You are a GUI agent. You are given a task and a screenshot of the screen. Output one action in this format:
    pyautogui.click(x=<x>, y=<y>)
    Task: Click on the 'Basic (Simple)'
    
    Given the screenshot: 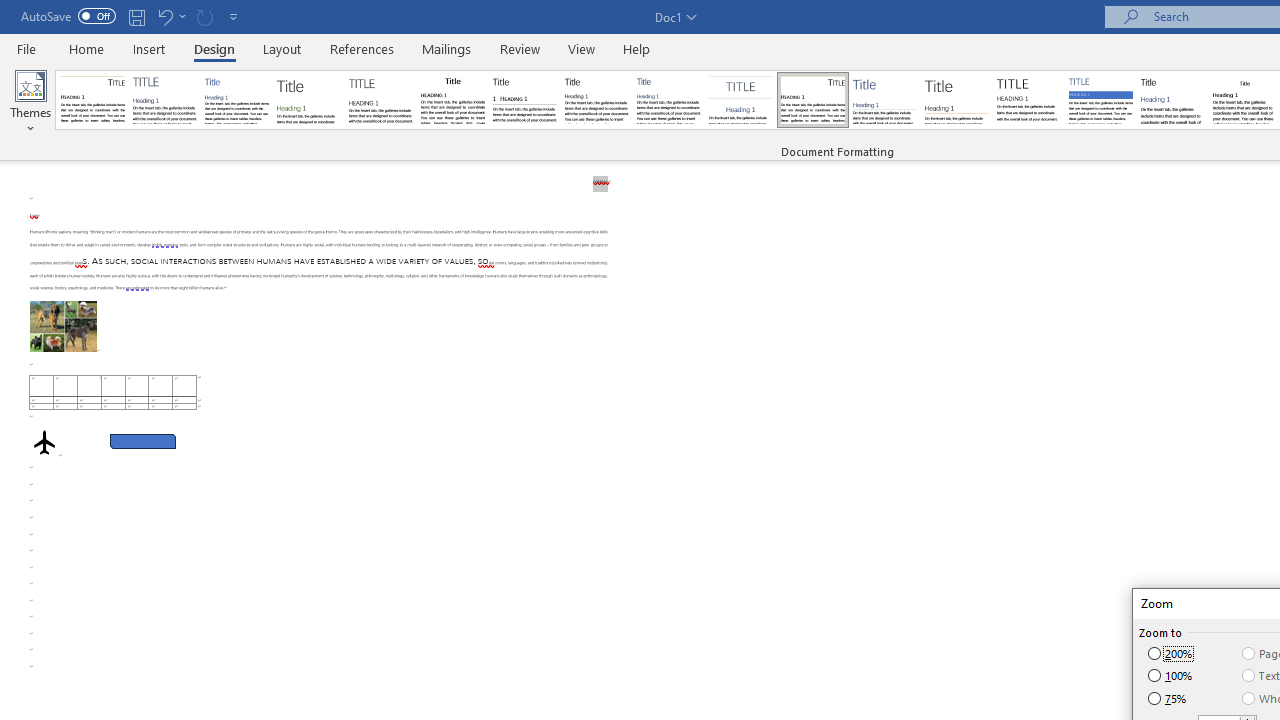 What is the action you would take?
    pyautogui.click(x=236, y=100)
    